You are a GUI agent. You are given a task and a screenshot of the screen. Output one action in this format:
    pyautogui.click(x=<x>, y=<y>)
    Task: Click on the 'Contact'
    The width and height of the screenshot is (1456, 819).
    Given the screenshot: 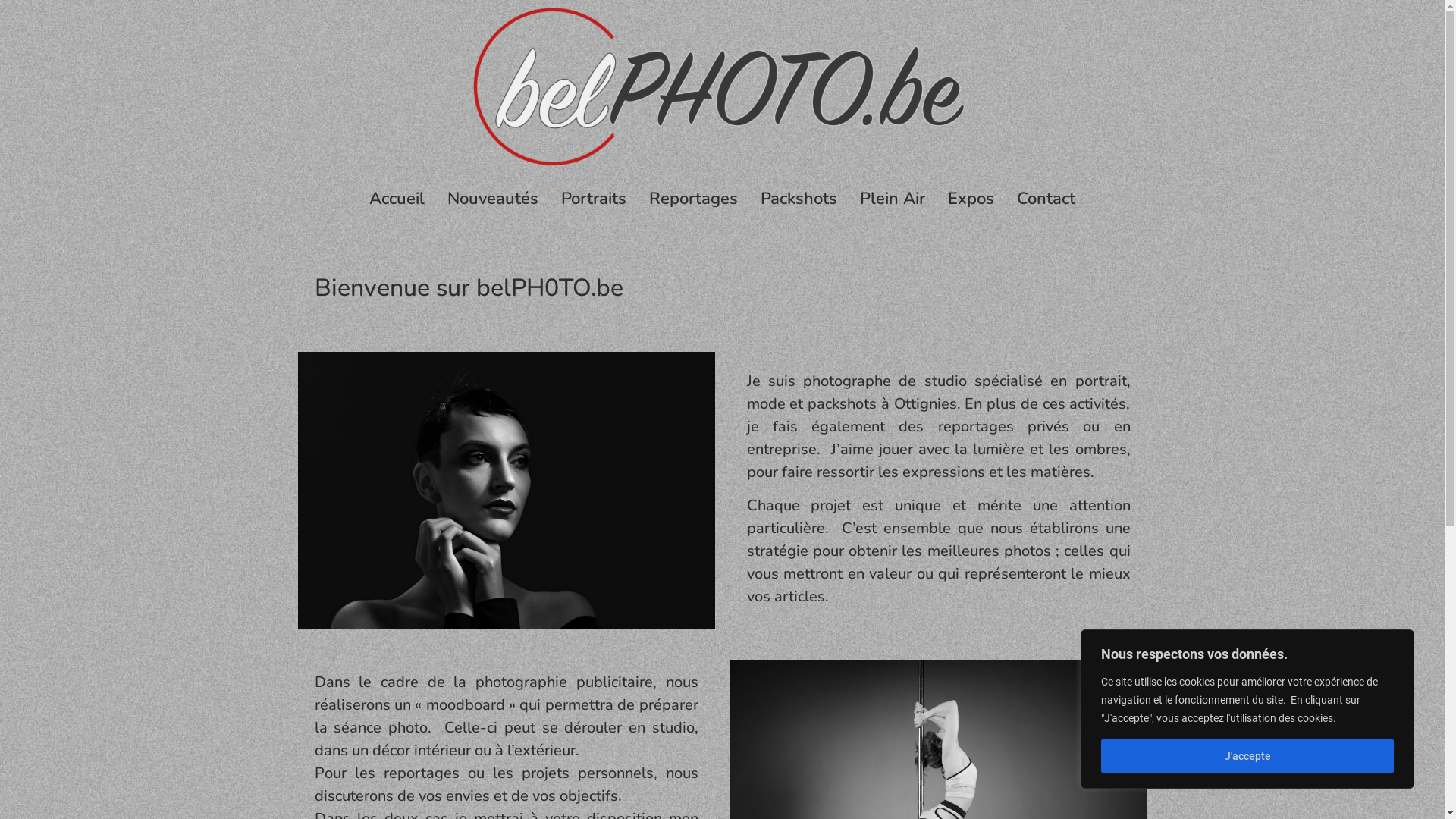 What is the action you would take?
    pyautogui.click(x=1045, y=198)
    